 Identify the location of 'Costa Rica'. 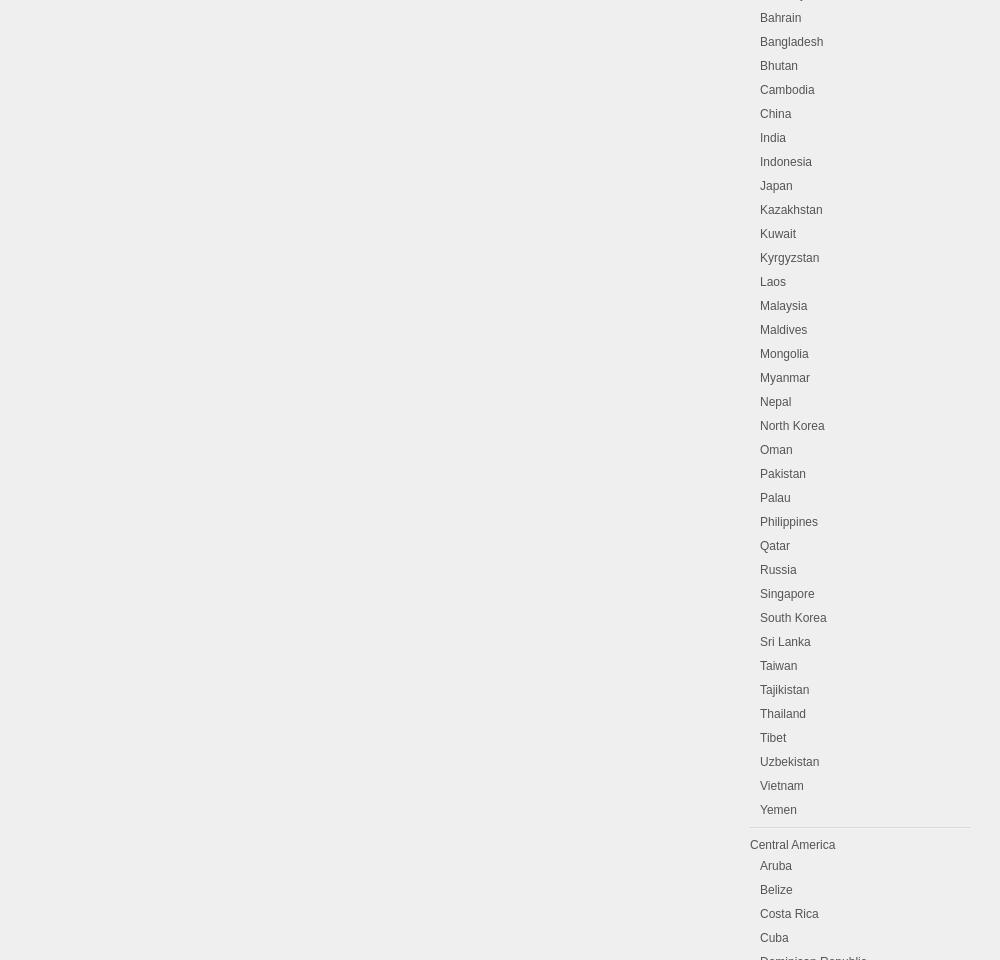
(789, 914).